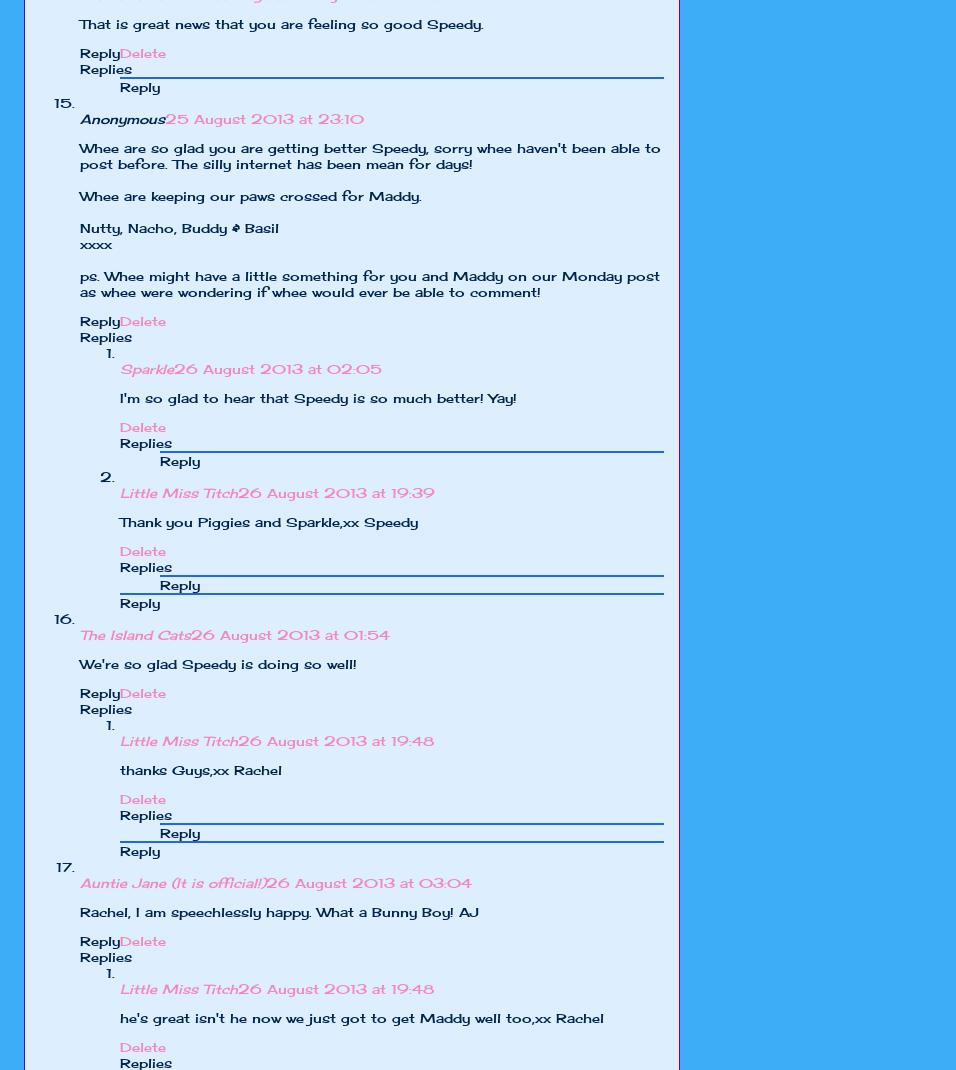 Image resolution: width=956 pixels, height=1070 pixels. Describe the element at coordinates (147, 368) in the screenshot. I see `'Sparkle'` at that location.